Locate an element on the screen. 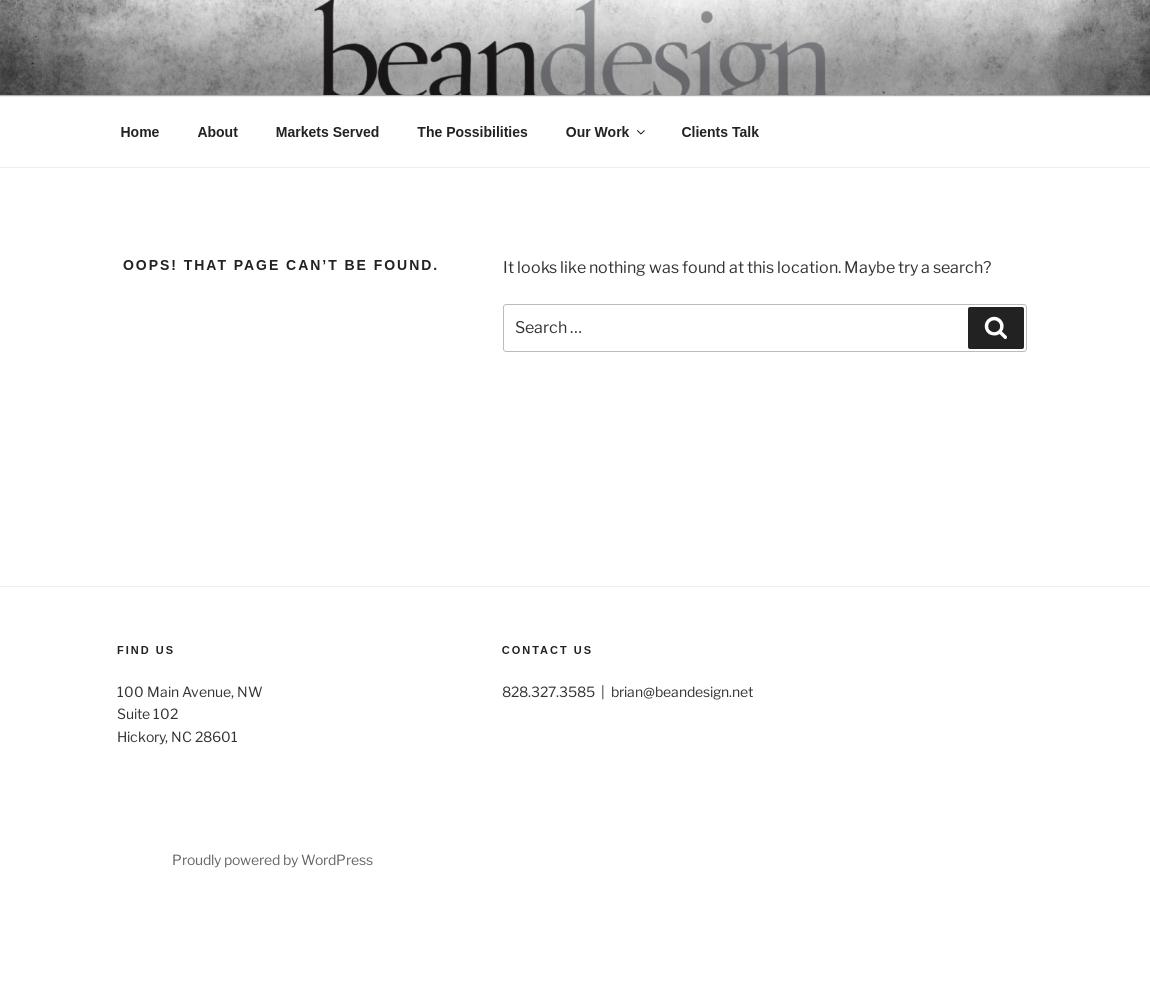  'Markets Served' is located at coordinates (326, 131).